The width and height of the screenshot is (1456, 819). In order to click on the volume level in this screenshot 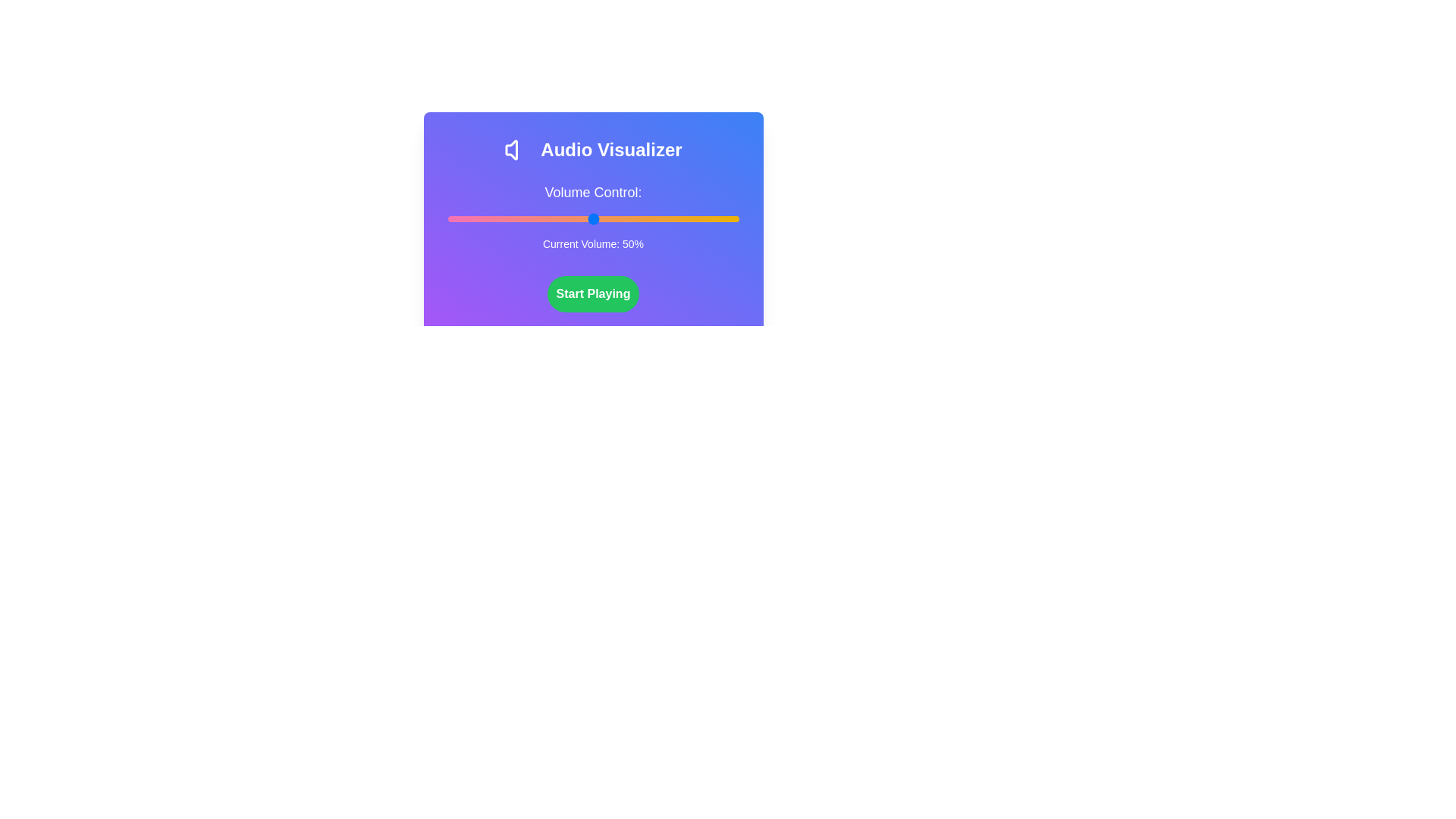, I will do `click(692, 219)`.